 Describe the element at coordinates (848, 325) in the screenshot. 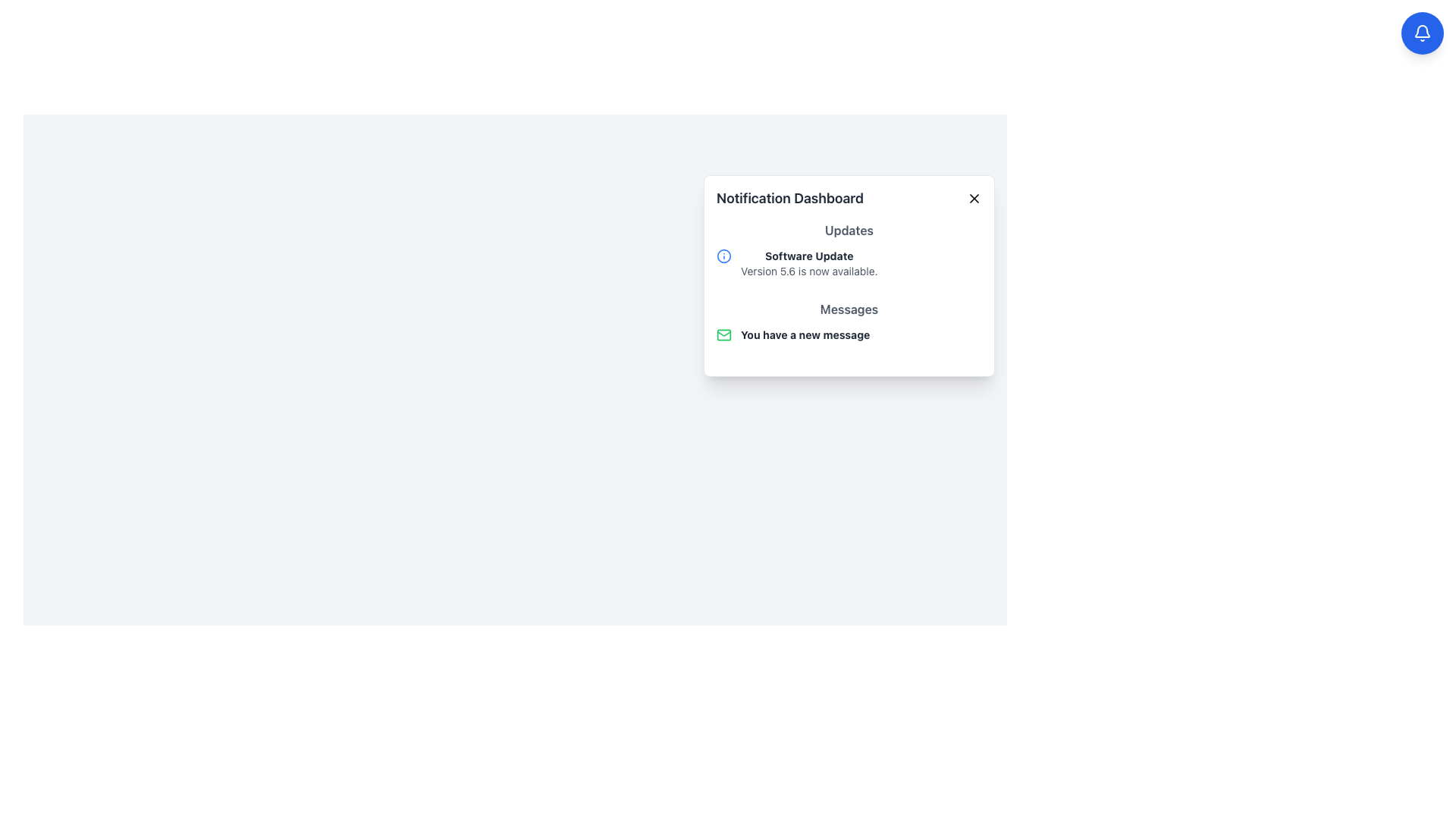

I see `the content of the static text display indicating a new message, located in the 'Messages' section of the notification card under 'Software Update'` at that location.